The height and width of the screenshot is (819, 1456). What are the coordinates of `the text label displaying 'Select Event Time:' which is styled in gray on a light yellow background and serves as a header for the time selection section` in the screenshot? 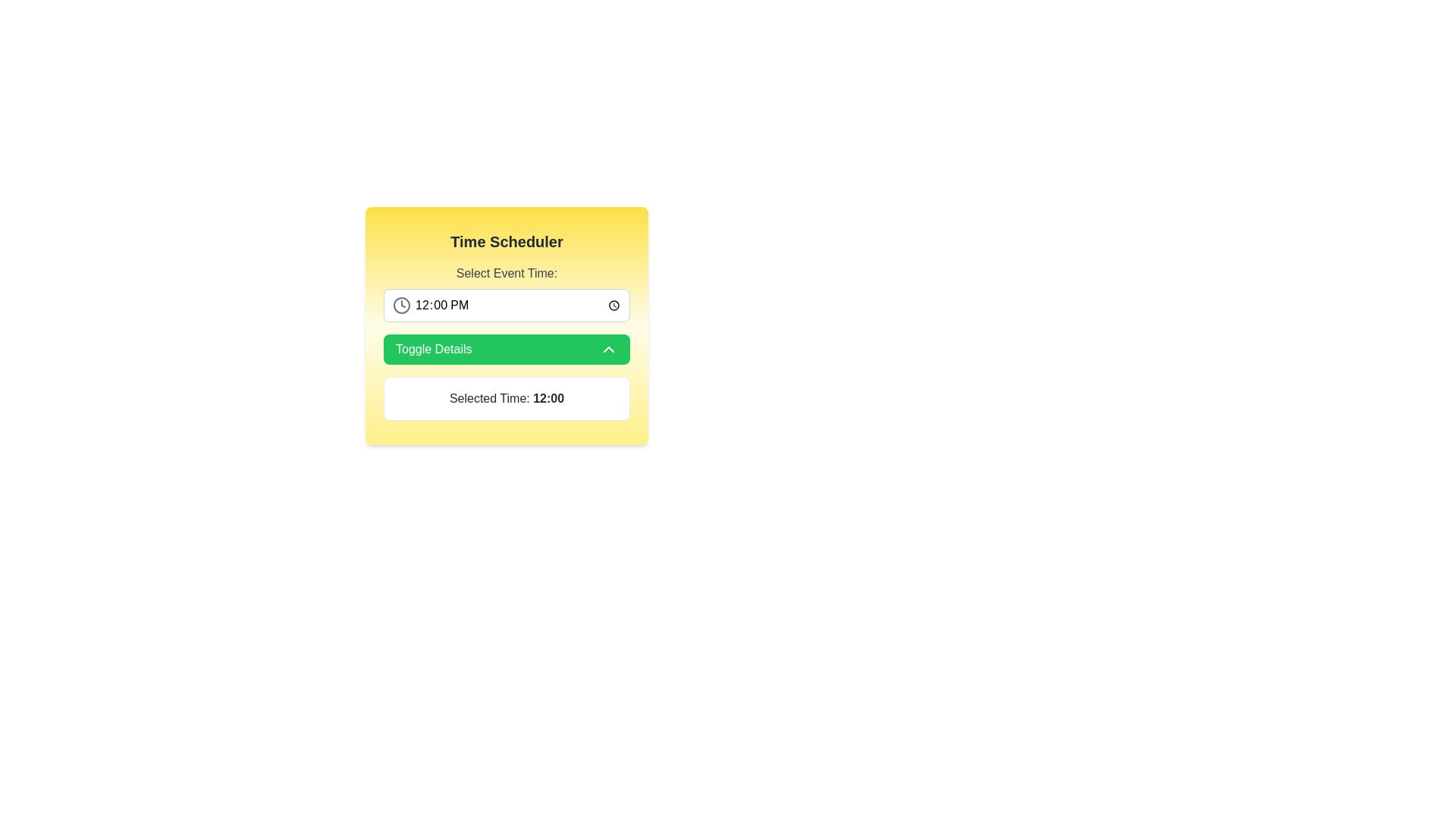 It's located at (507, 274).